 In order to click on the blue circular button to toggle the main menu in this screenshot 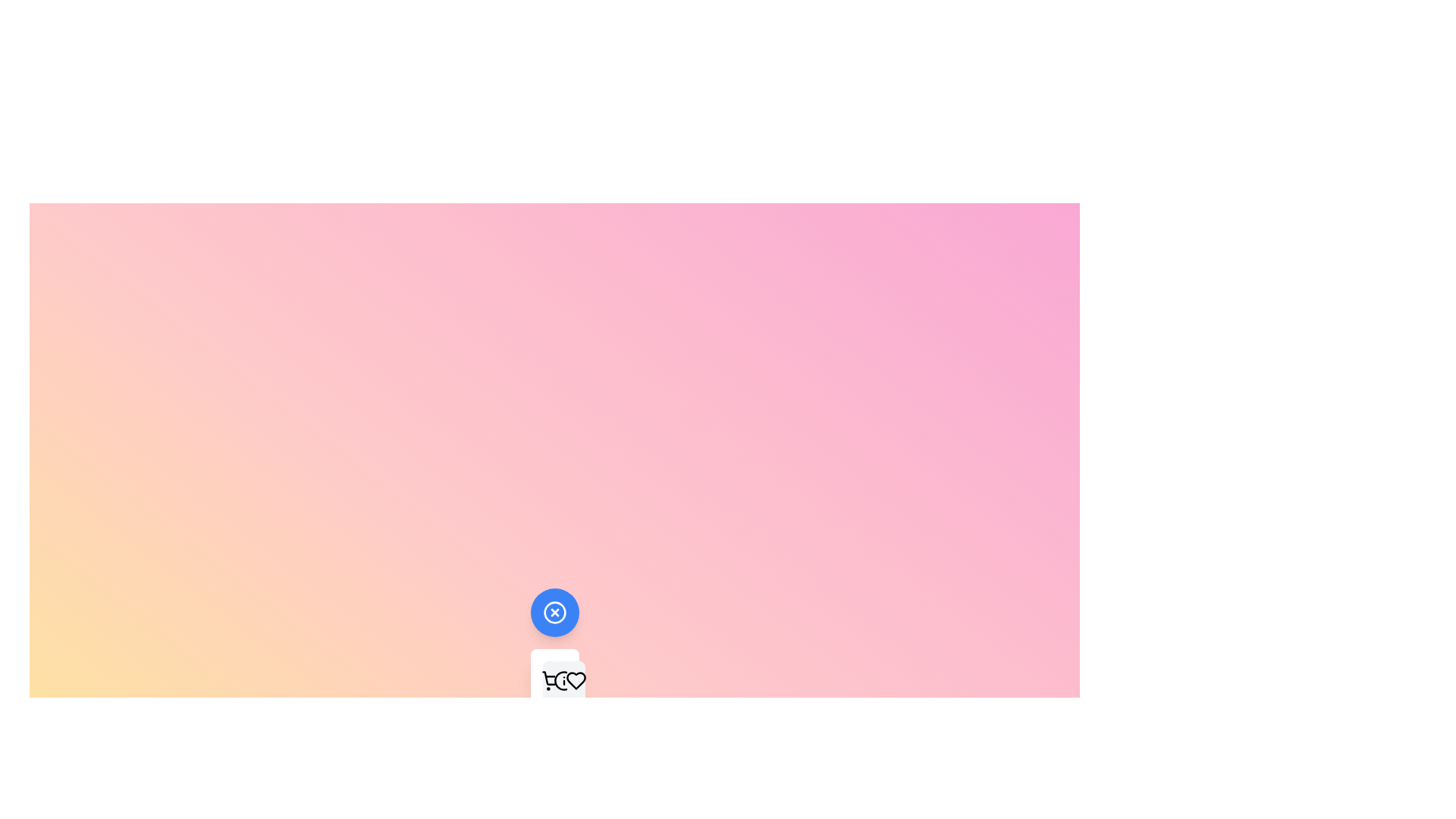, I will do `click(554, 611)`.